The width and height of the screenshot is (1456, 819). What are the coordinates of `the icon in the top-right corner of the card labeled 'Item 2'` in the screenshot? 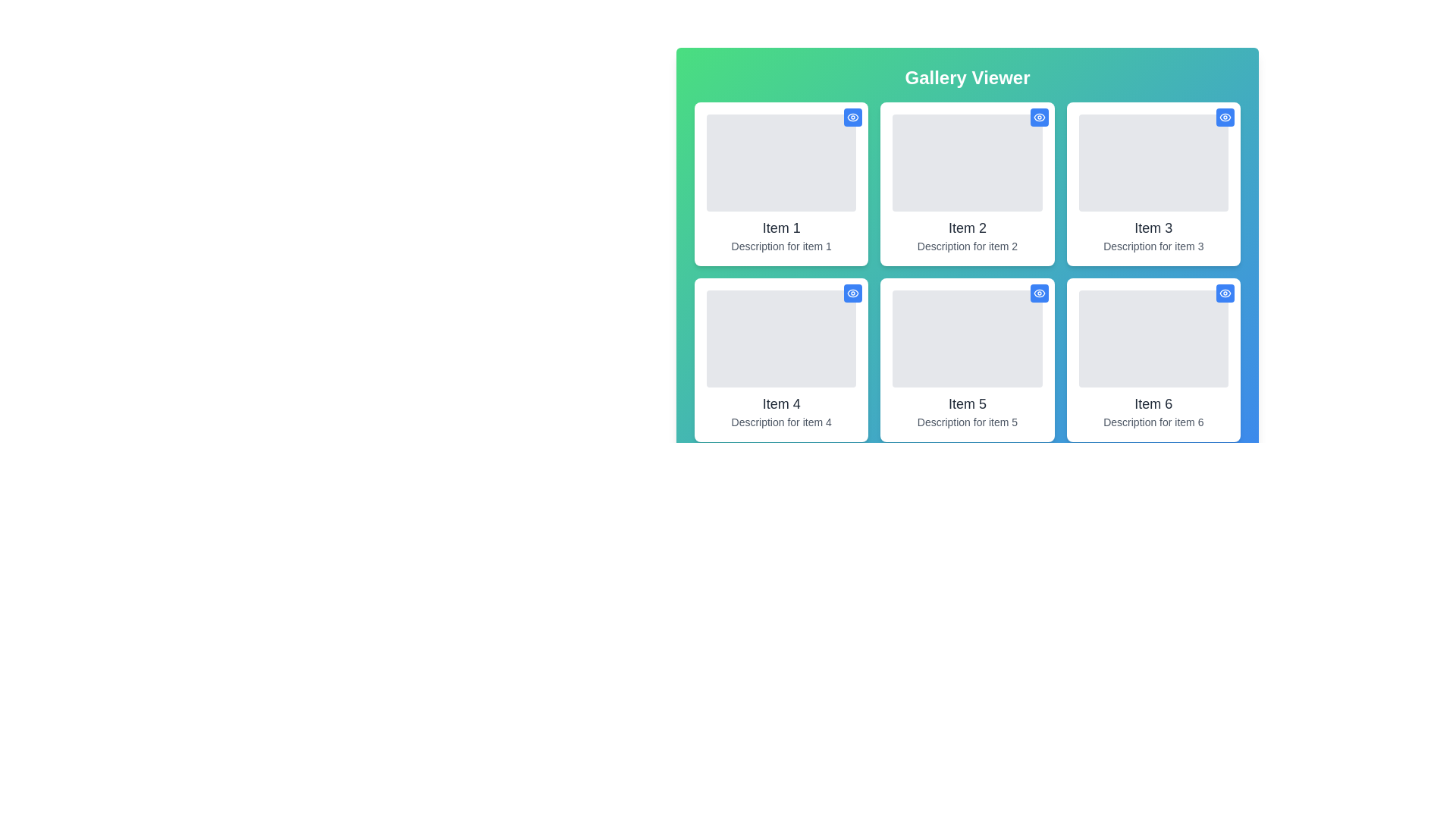 It's located at (1038, 116).